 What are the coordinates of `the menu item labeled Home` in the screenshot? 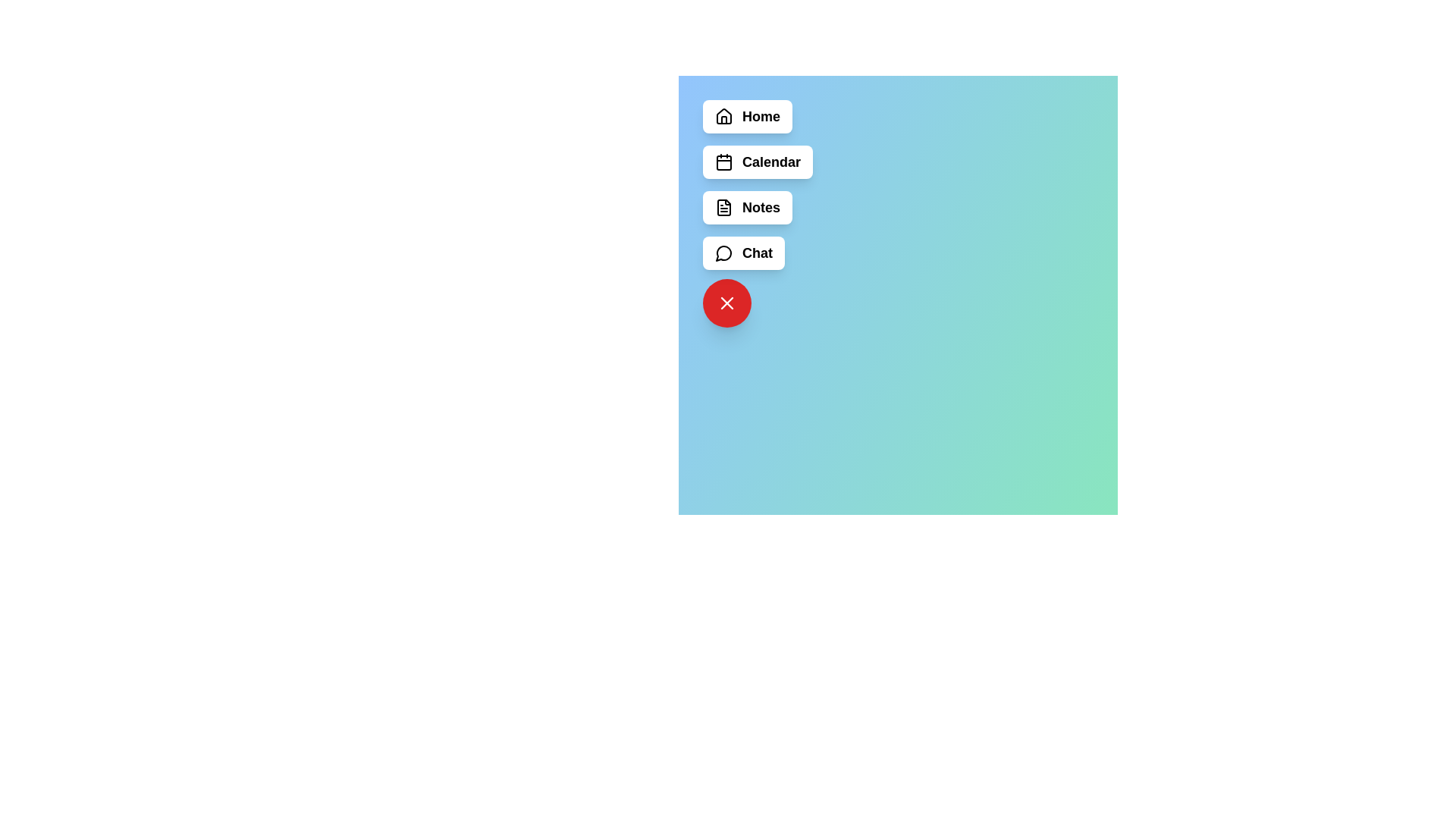 It's located at (747, 116).